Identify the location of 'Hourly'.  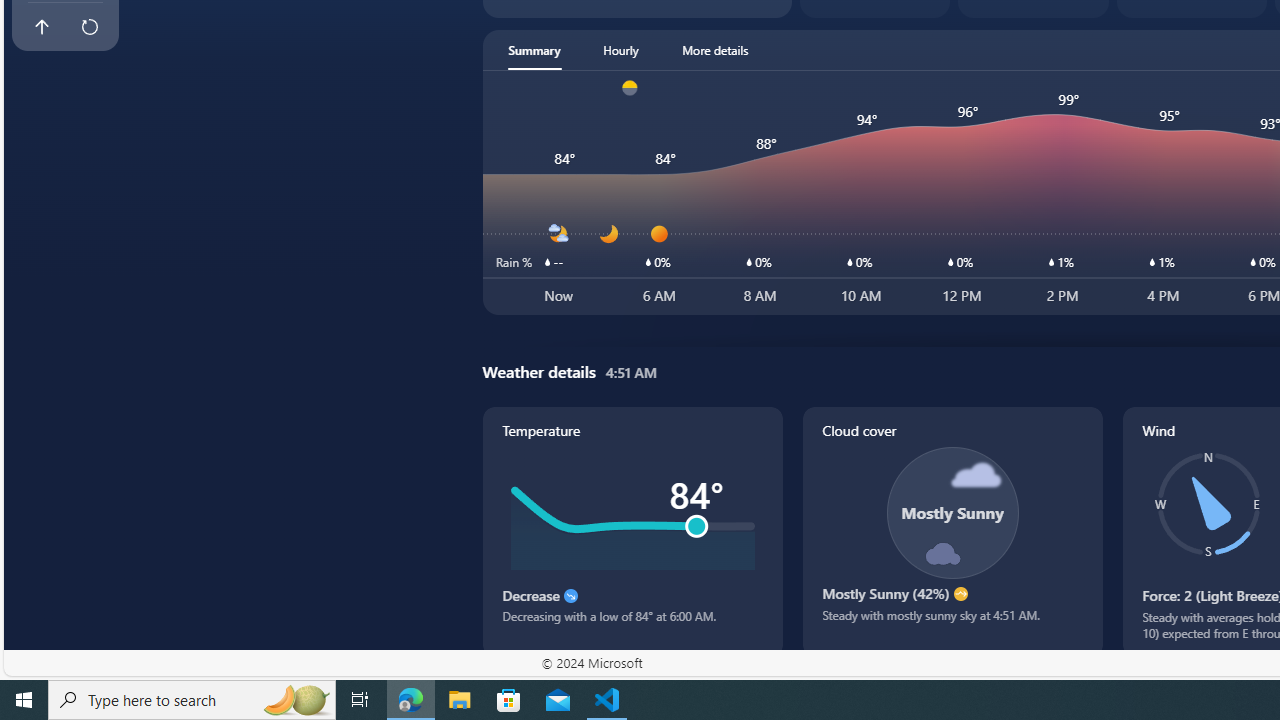
(619, 49).